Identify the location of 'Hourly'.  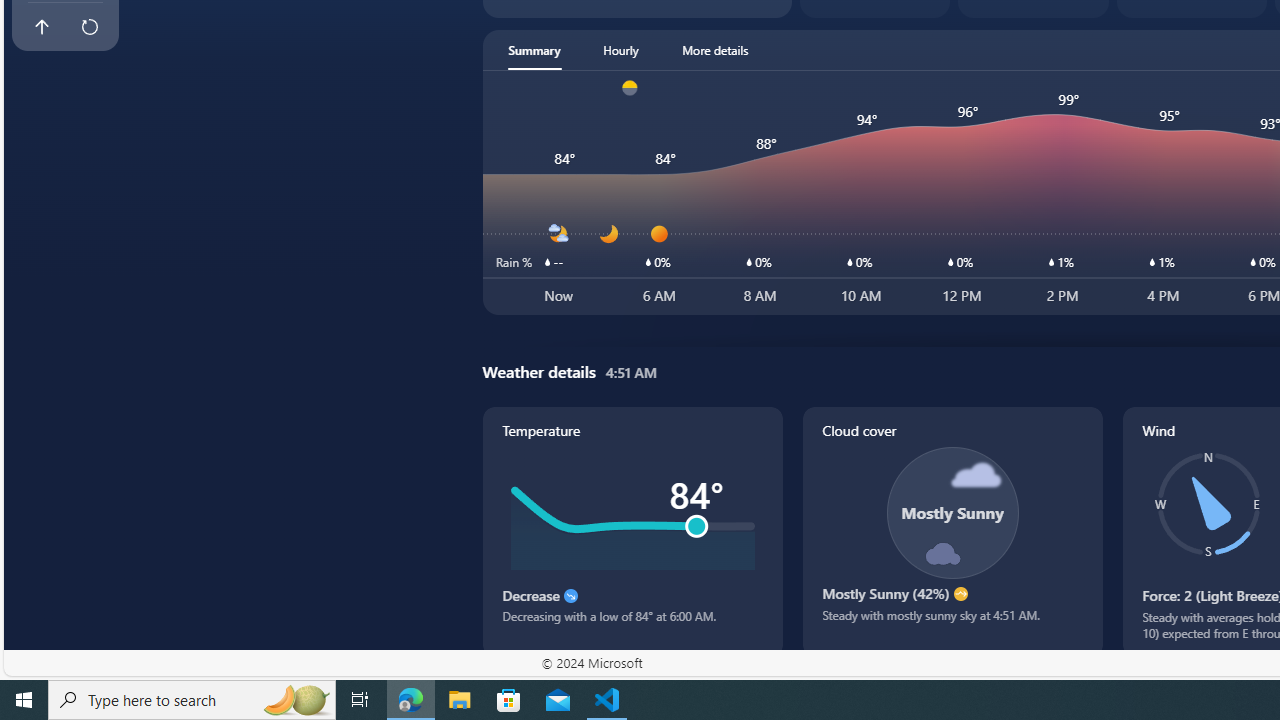
(619, 49).